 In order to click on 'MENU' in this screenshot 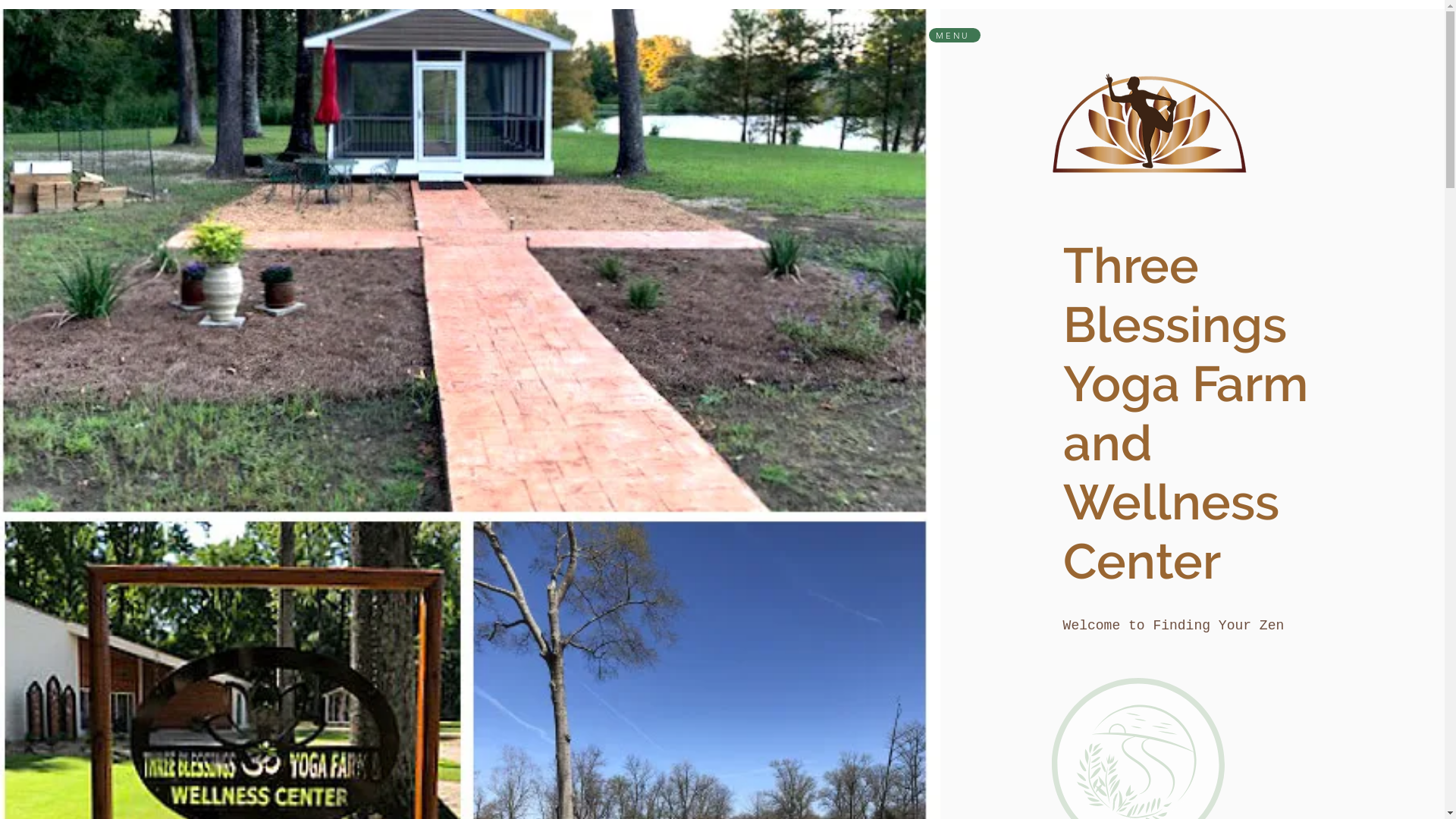, I will do `click(952, 34)`.